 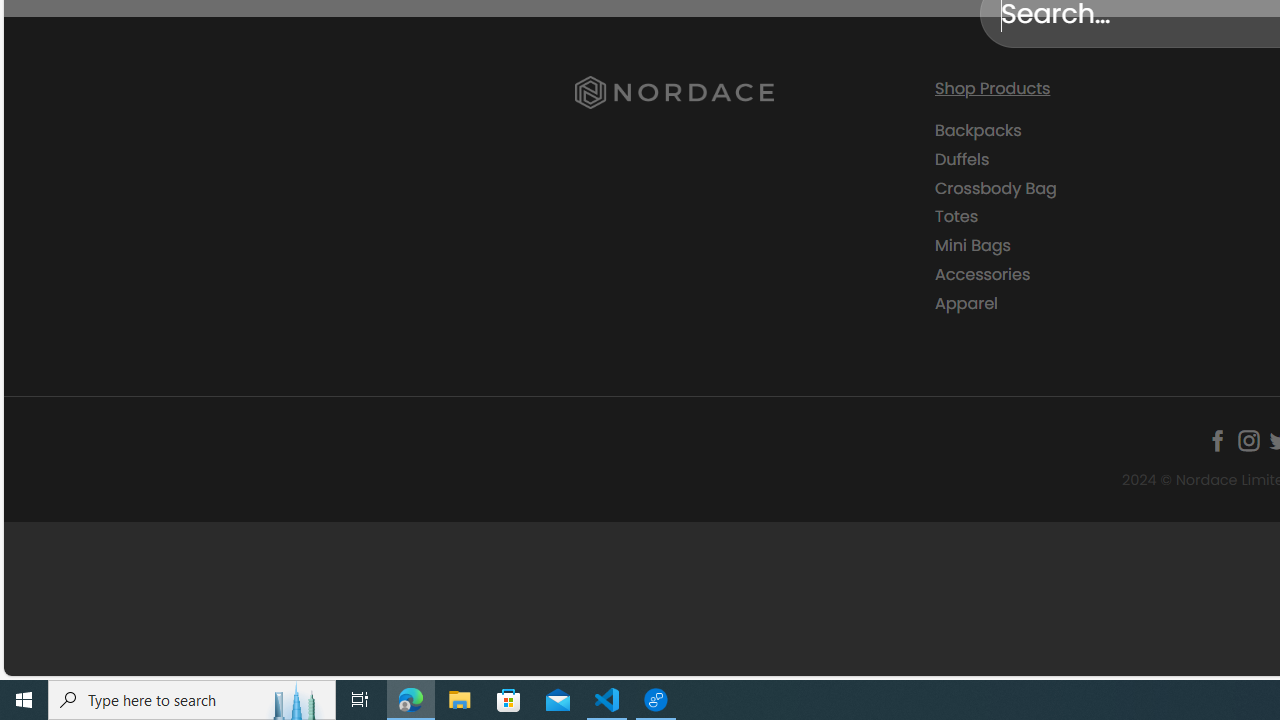 What do you see at coordinates (1098, 188) in the screenshot?
I see `'Crossbody Bag'` at bounding box center [1098, 188].